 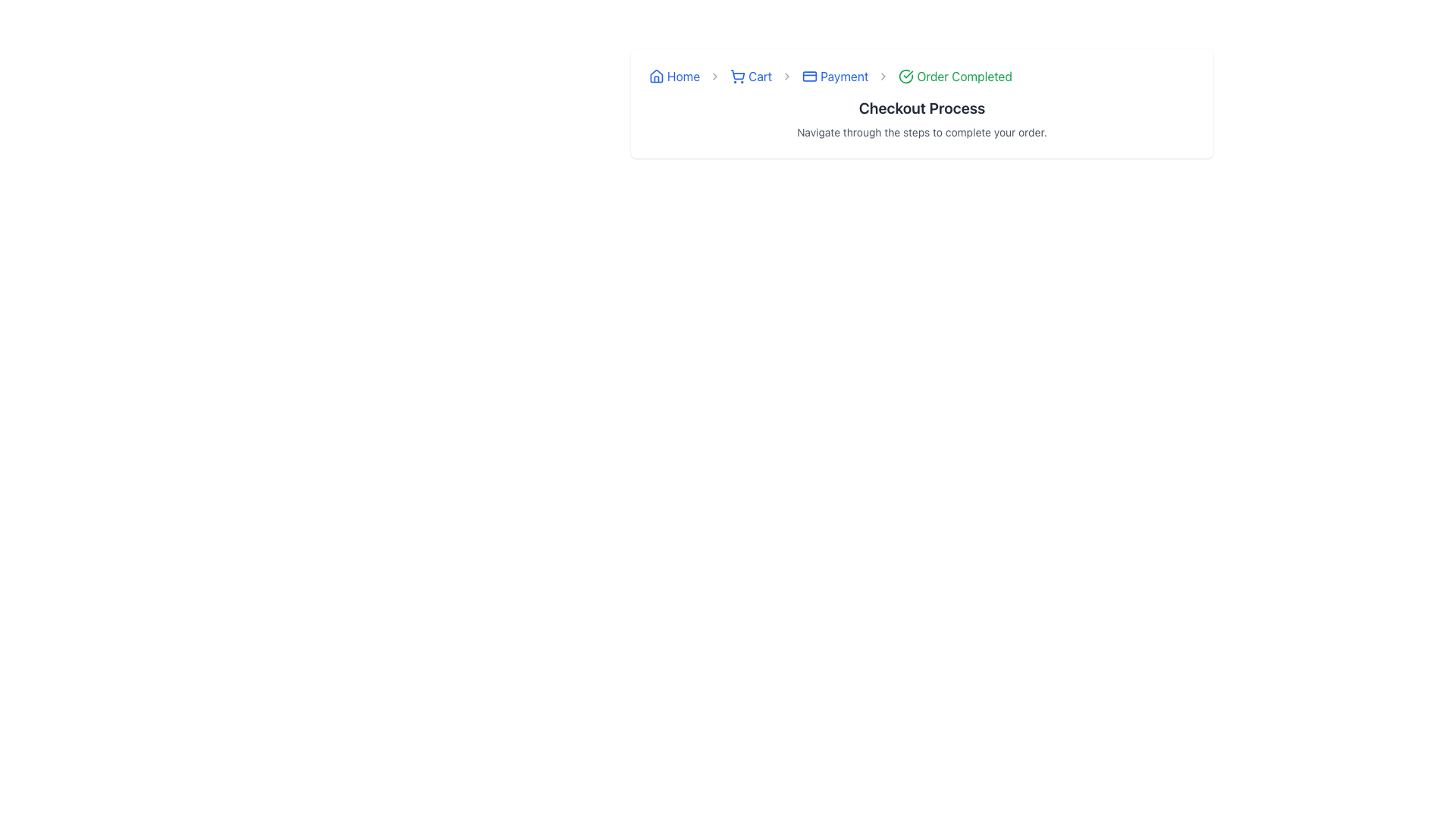 What do you see at coordinates (656, 76) in the screenshot?
I see `the 'Home' icon in the breadcrumb navigation located in the upper left part of the interface` at bounding box center [656, 76].